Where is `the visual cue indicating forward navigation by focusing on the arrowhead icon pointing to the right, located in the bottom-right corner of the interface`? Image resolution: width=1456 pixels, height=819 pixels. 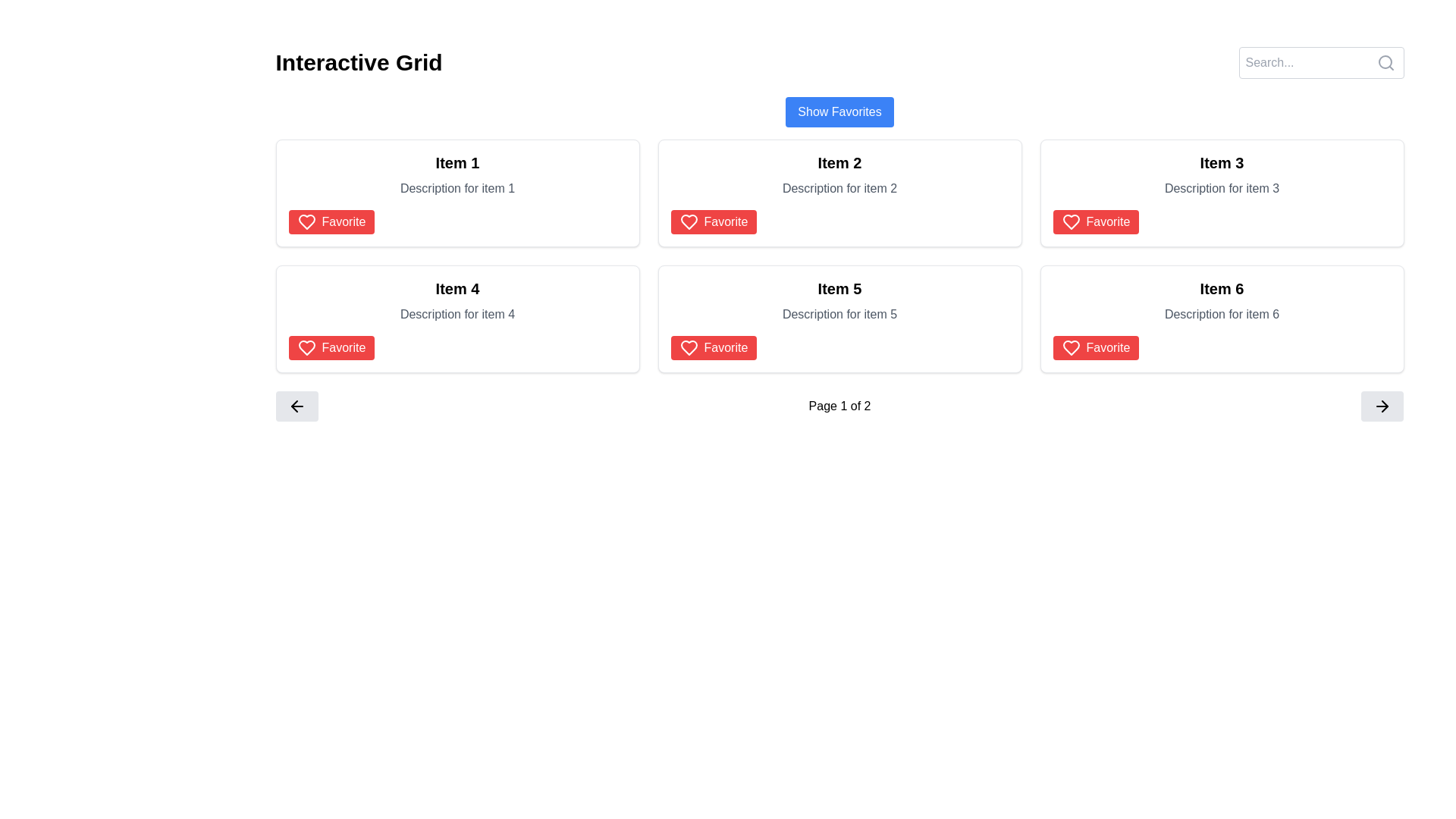 the visual cue indicating forward navigation by focusing on the arrowhead icon pointing to the right, located in the bottom-right corner of the interface is located at coordinates (1385, 406).